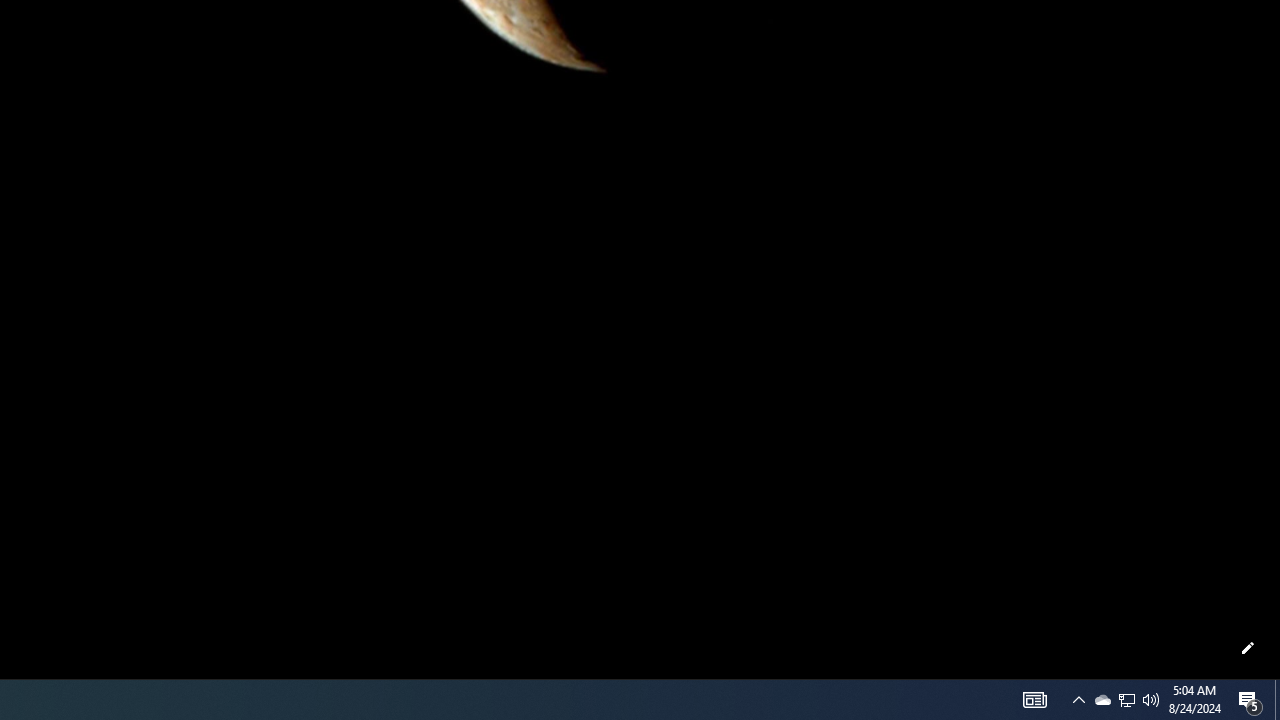 Image resolution: width=1280 pixels, height=720 pixels. I want to click on 'Customize this page', so click(1247, 648).